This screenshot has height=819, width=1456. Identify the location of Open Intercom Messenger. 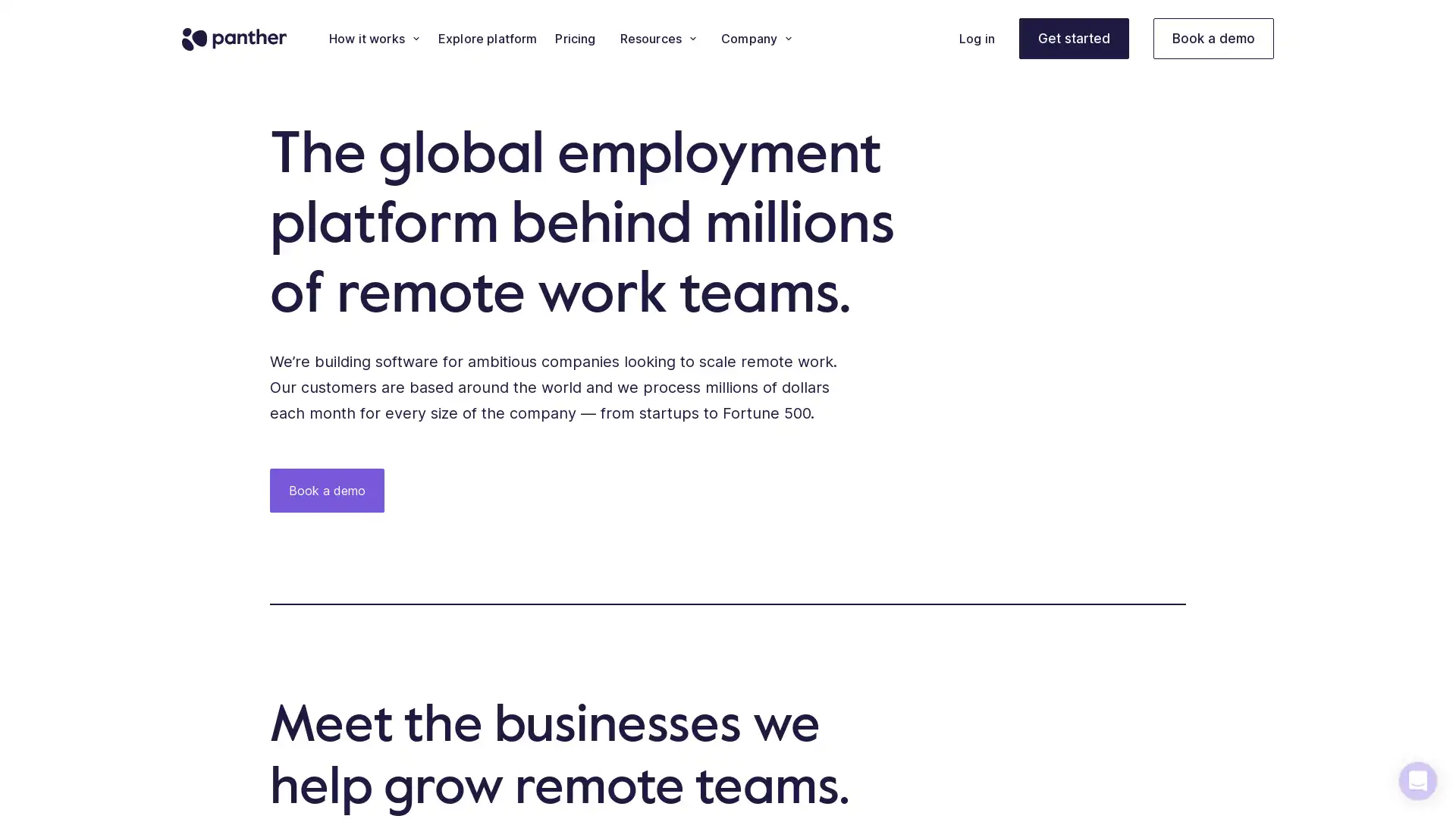
(1417, 780).